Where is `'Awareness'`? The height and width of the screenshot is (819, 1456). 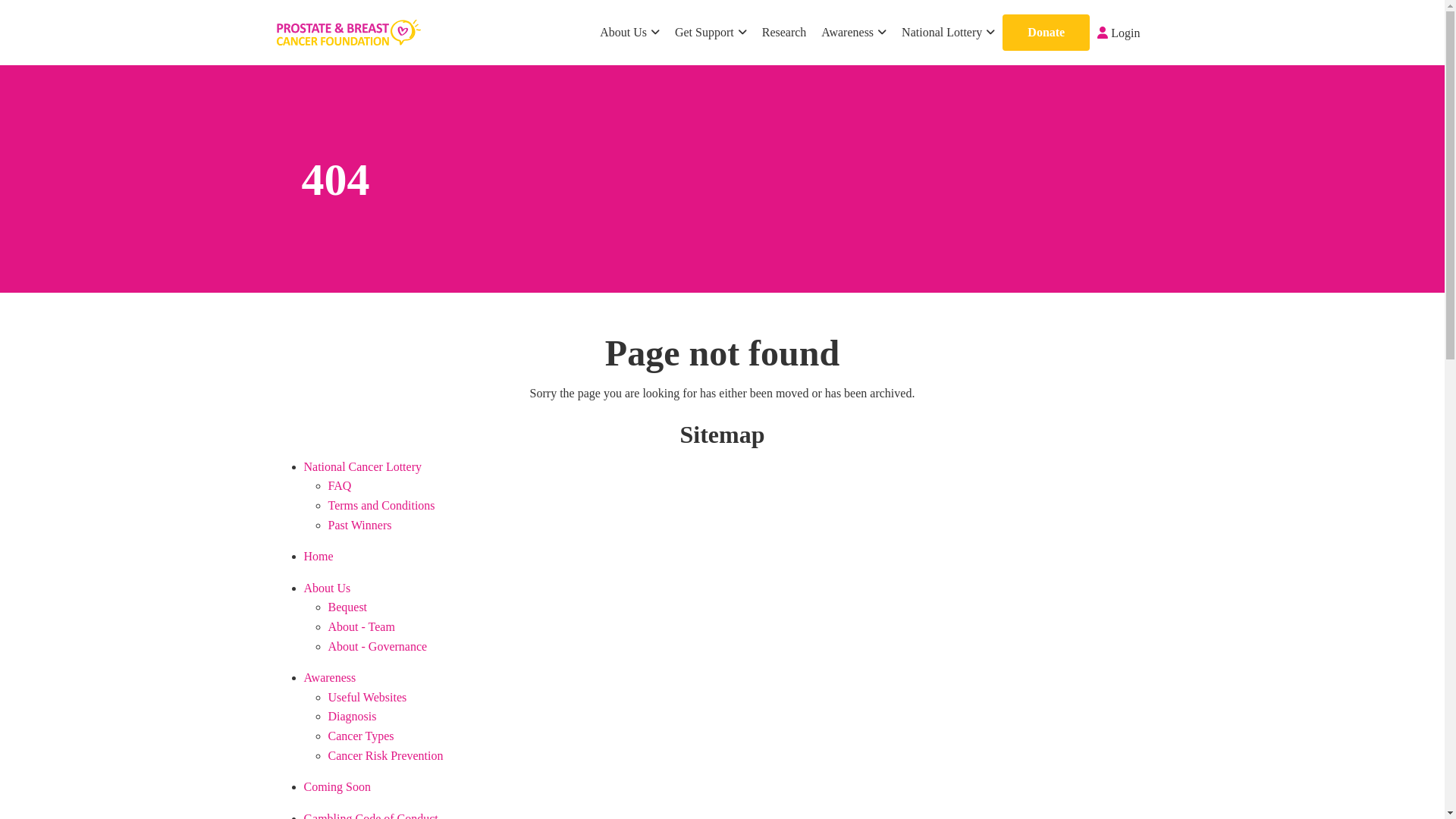
'Awareness' is located at coordinates (813, 32).